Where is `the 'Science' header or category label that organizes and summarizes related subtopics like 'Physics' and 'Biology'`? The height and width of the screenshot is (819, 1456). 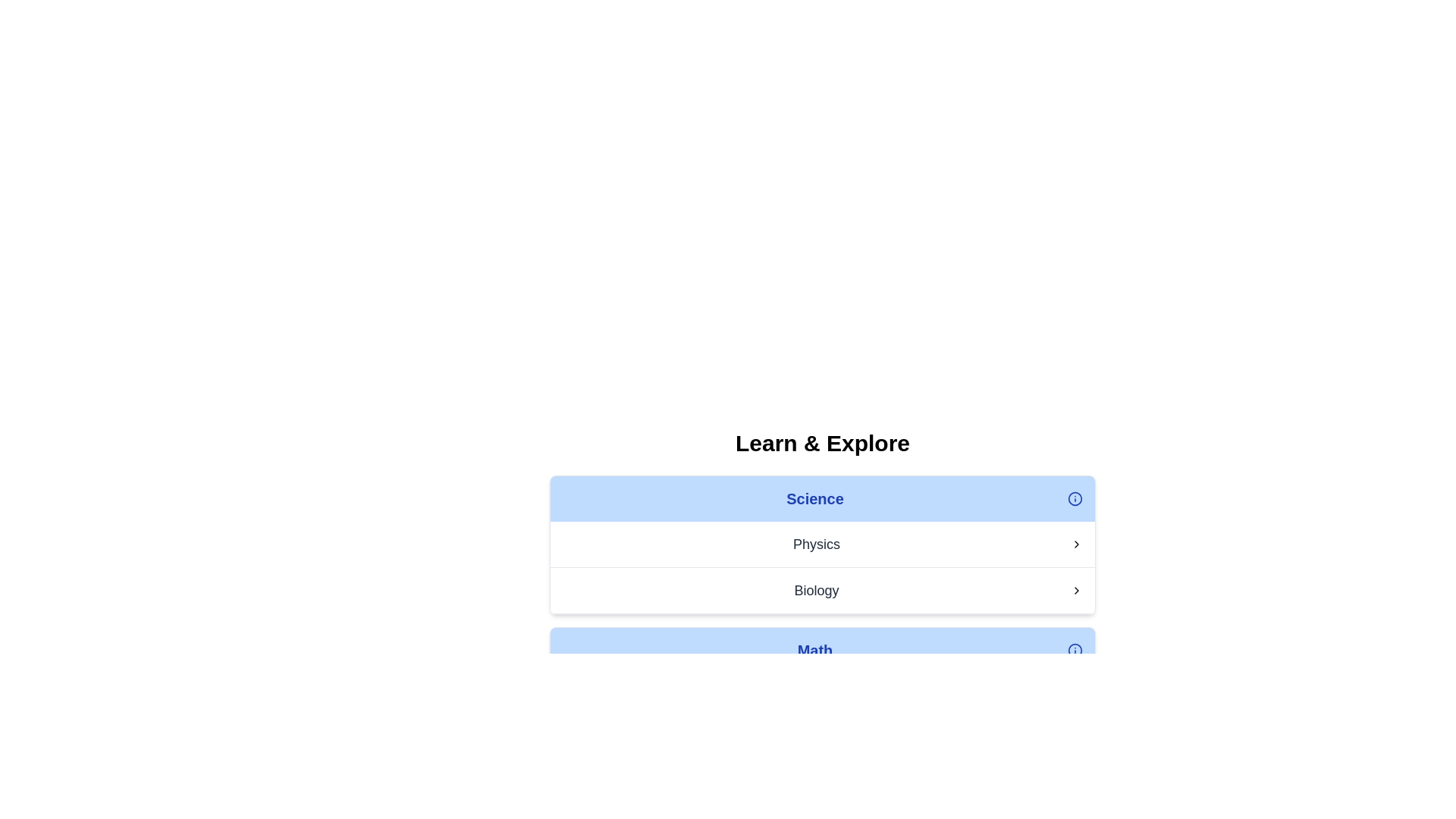 the 'Science' header or category label that organizes and summarizes related subtopics like 'Physics' and 'Biology' is located at coordinates (821, 499).